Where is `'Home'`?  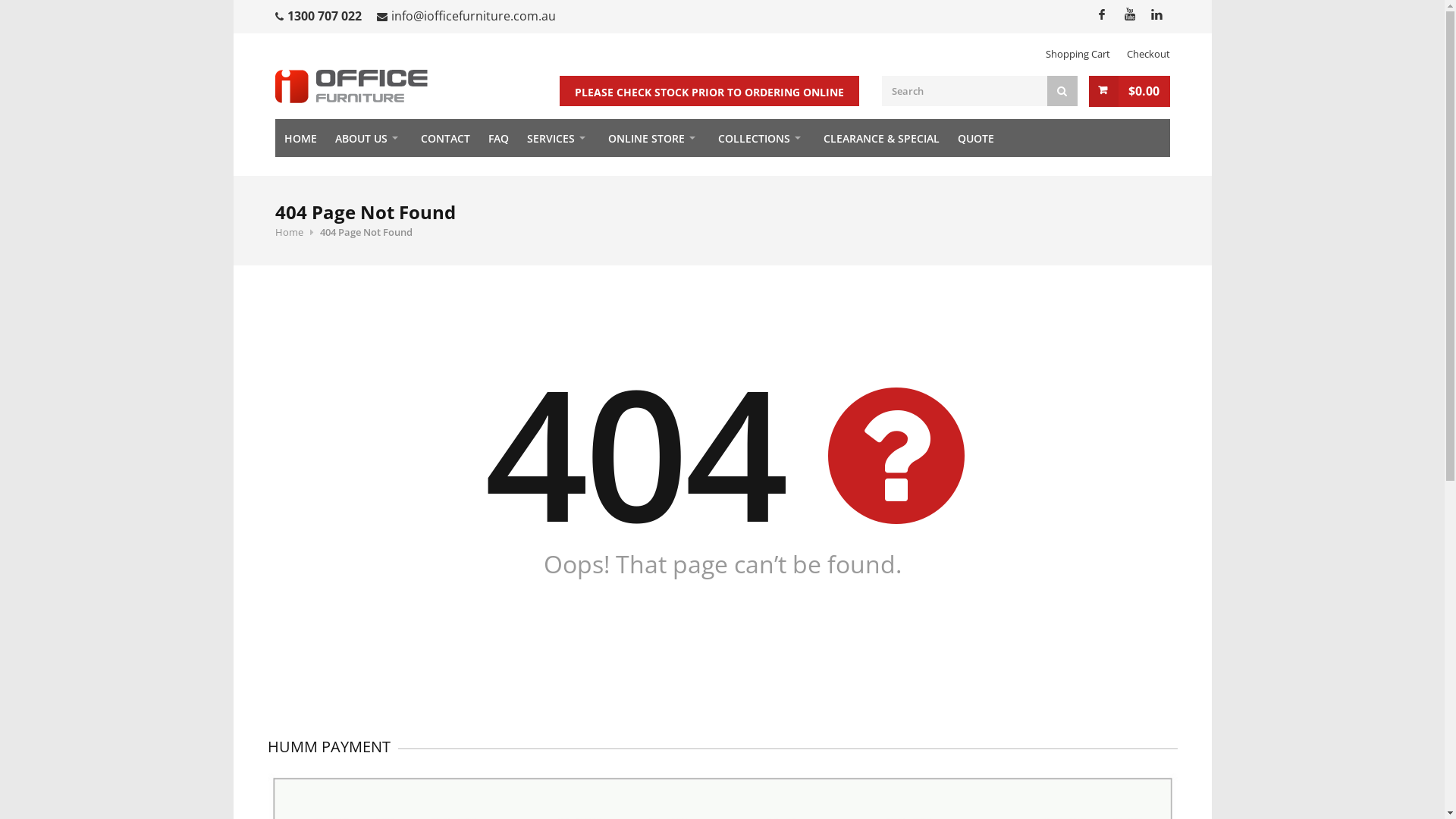
'Home' is located at coordinates (274, 231).